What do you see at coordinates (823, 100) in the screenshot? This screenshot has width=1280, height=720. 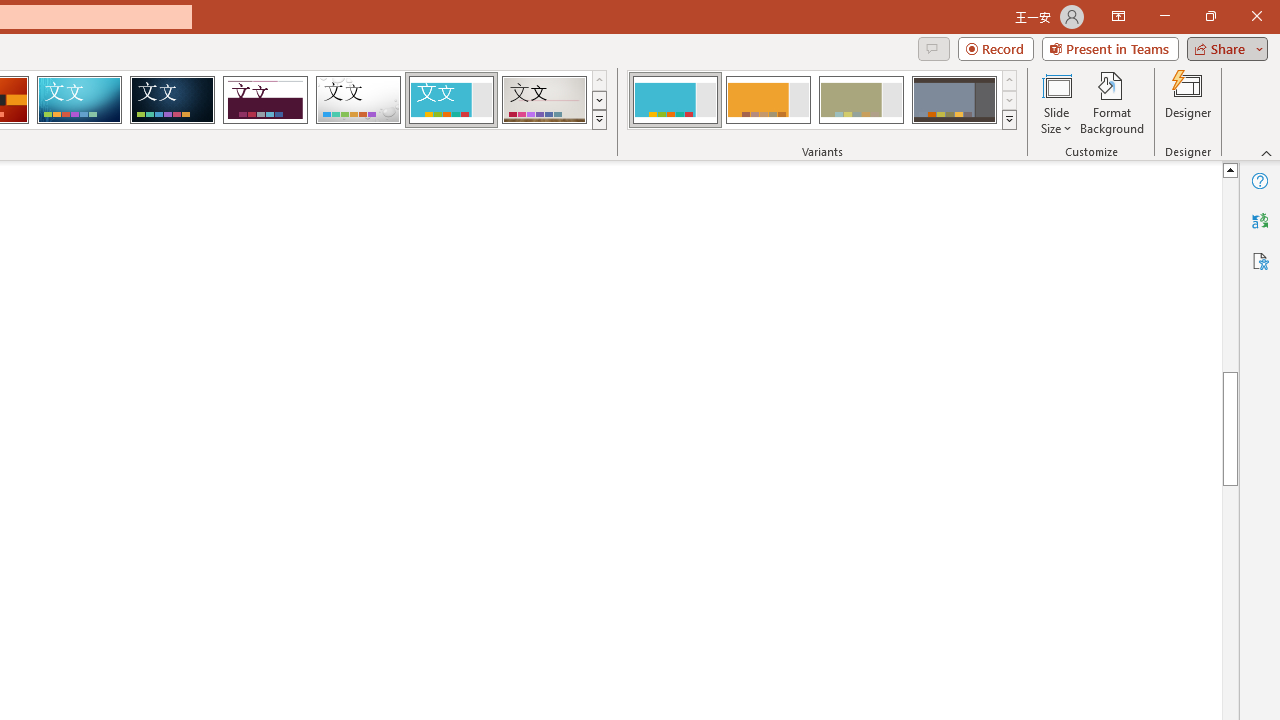 I see `'AutomationID: ThemeVariantsGallery'` at bounding box center [823, 100].